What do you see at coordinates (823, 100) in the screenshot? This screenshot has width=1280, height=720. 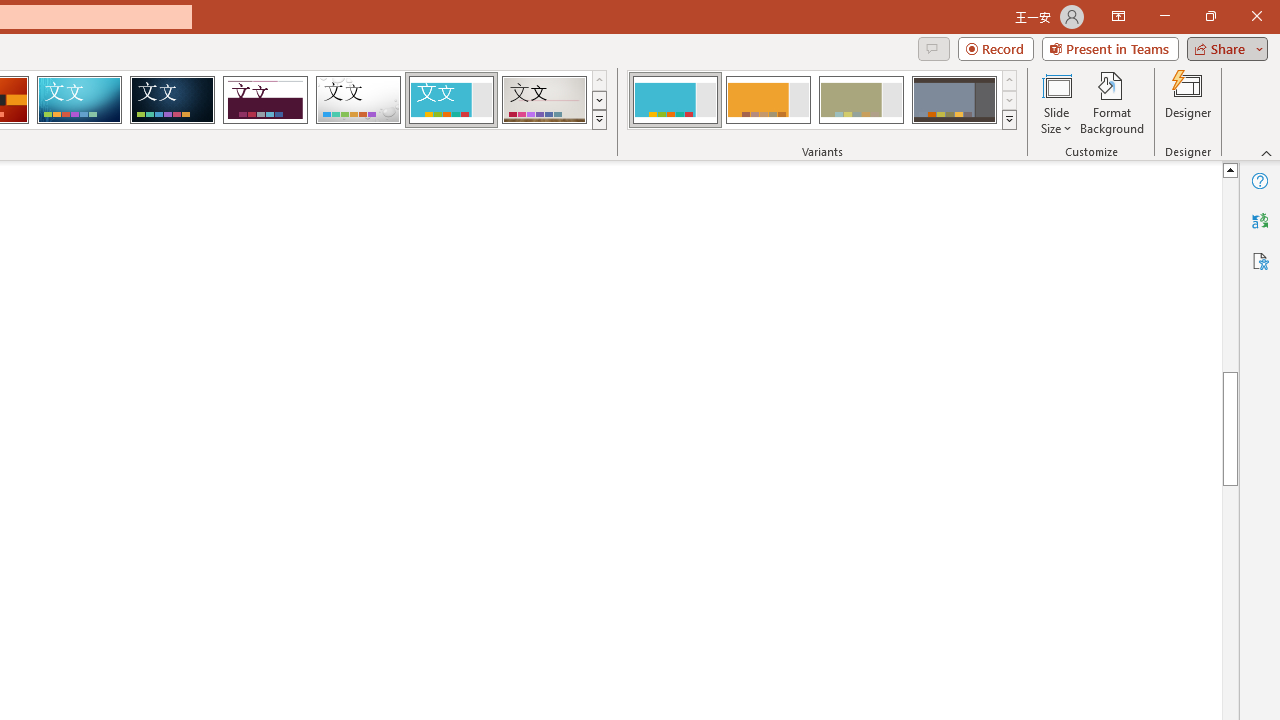 I see `'AutomationID: ThemeVariantsGallery'` at bounding box center [823, 100].